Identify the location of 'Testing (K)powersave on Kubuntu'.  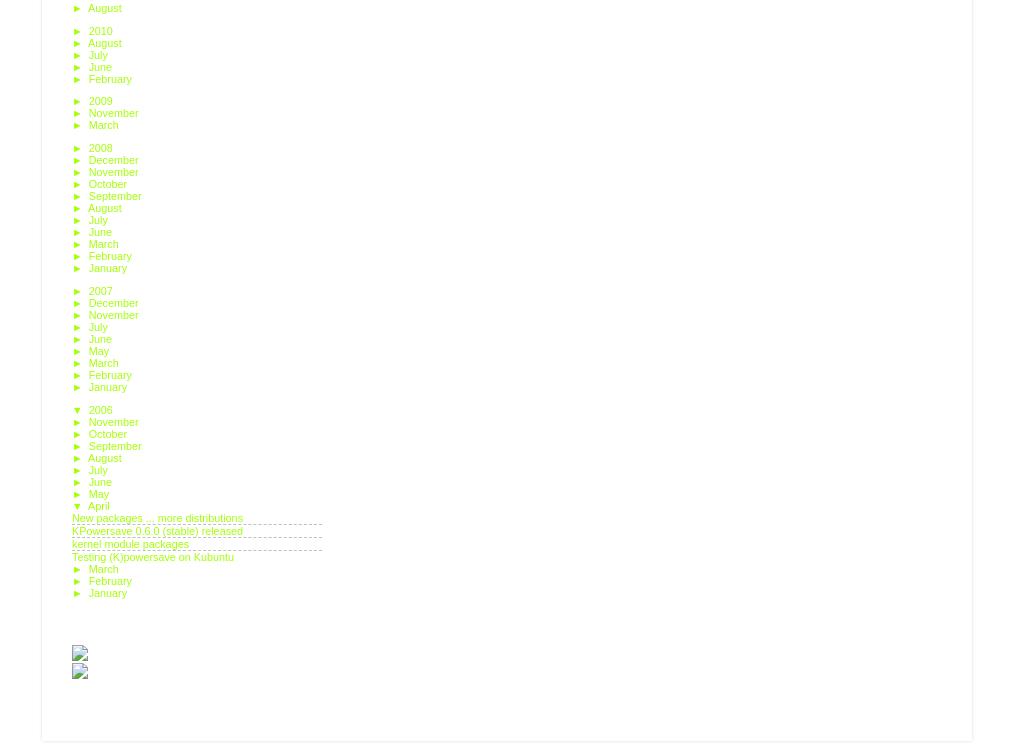
(153, 554).